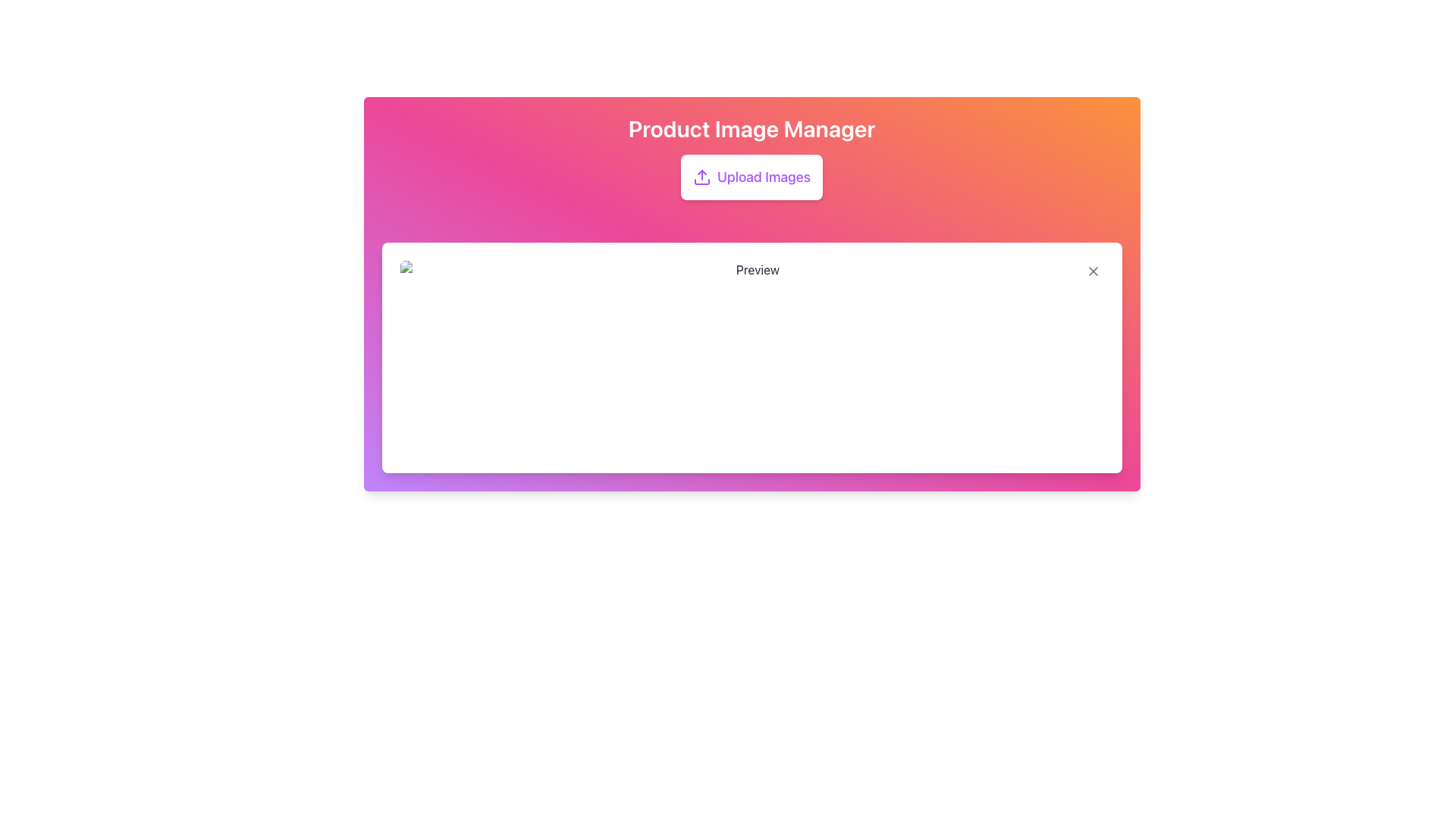 Image resolution: width=1456 pixels, height=819 pixels. What do you see at coordinates (752, 357) in the screenshot?
I see `the image placeholder that displays a preview of uploaded images, which is located centrally within a rounded, shadowed white card beneath the upload section` at bounding box center [752, 357].